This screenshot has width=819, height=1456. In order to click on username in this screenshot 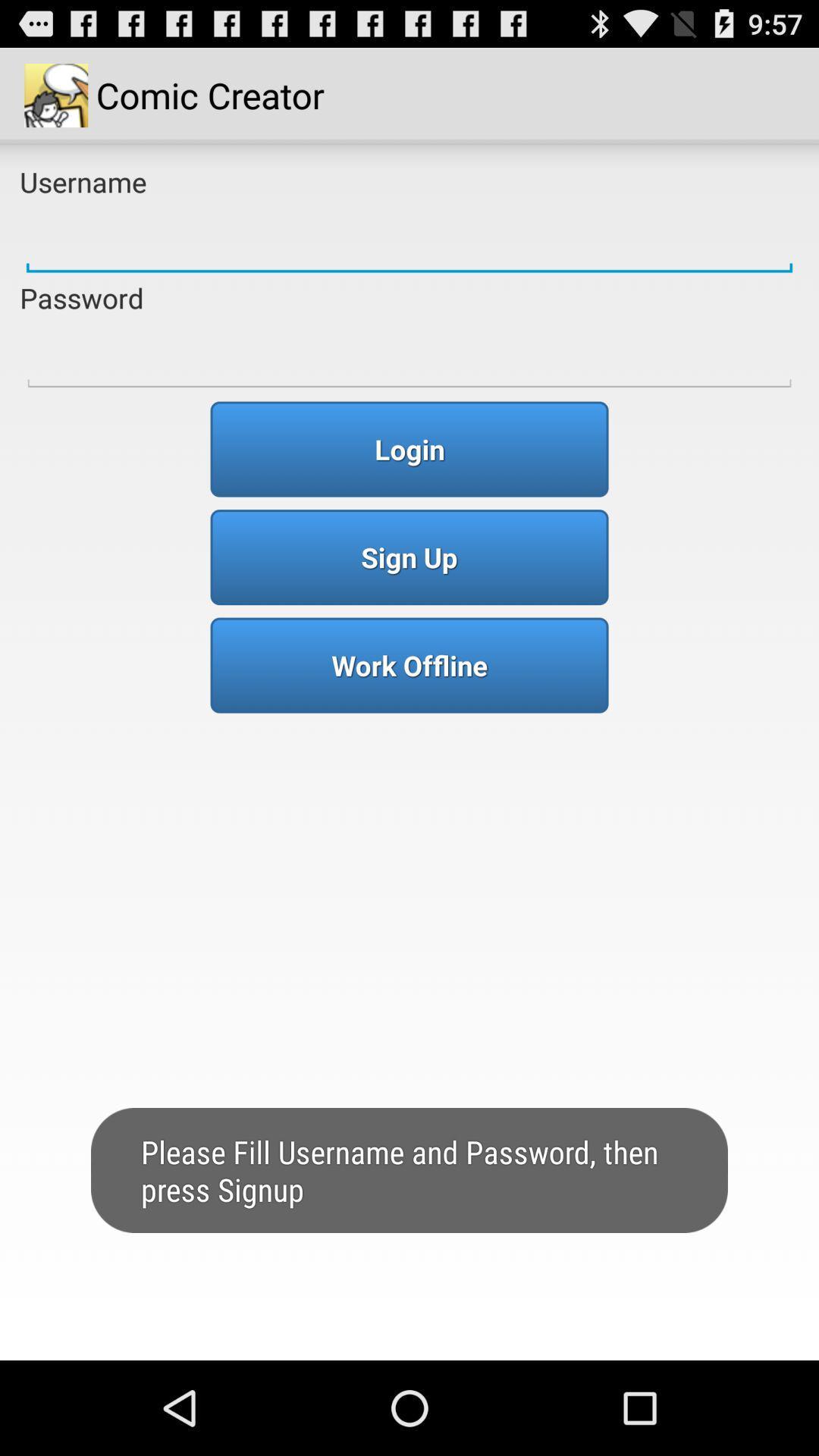, I will do `click(409, 239)`.